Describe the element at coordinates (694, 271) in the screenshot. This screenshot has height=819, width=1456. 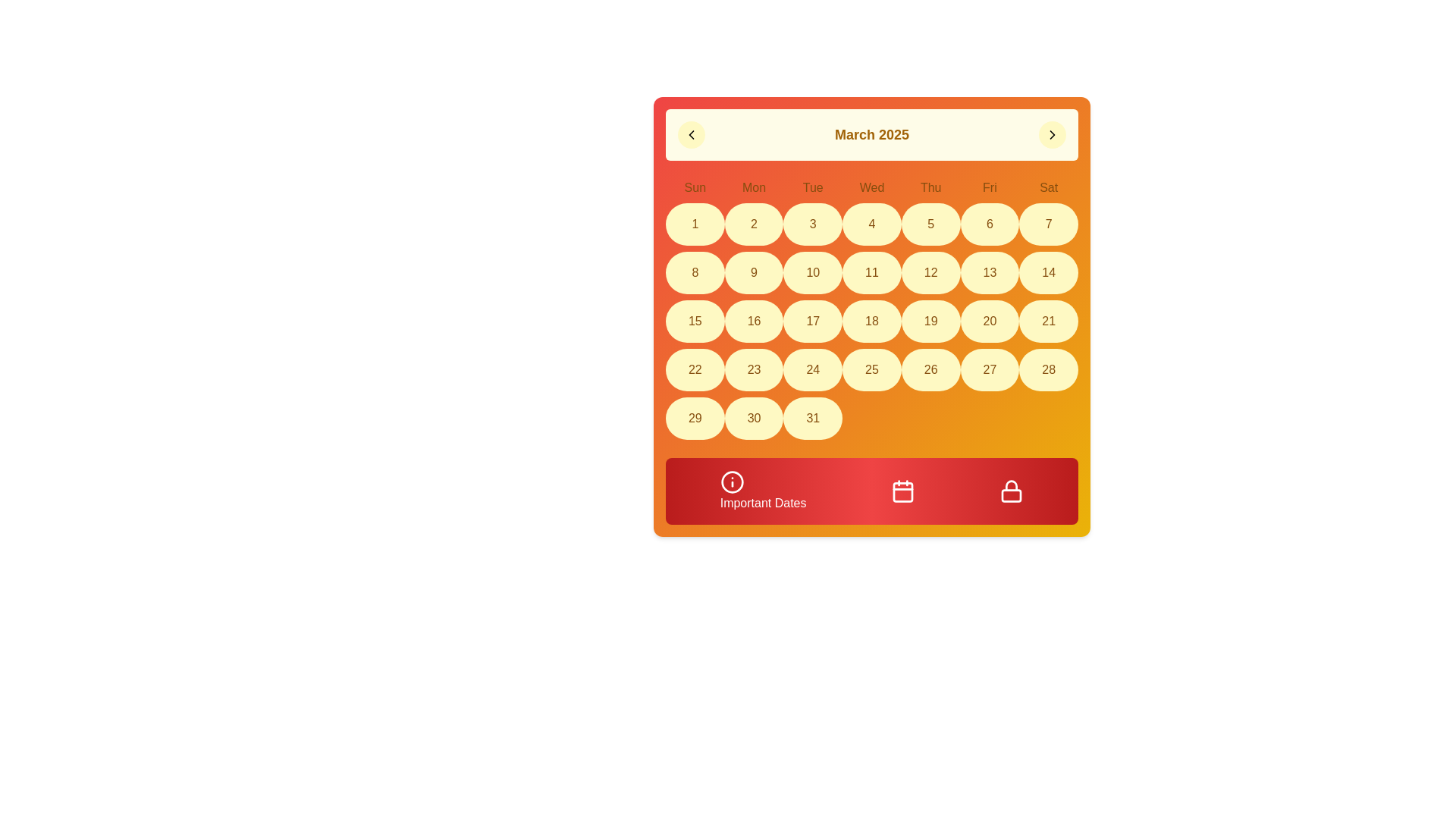
I see `the circular button displaying the number '8' with a yellowish background` at that location.